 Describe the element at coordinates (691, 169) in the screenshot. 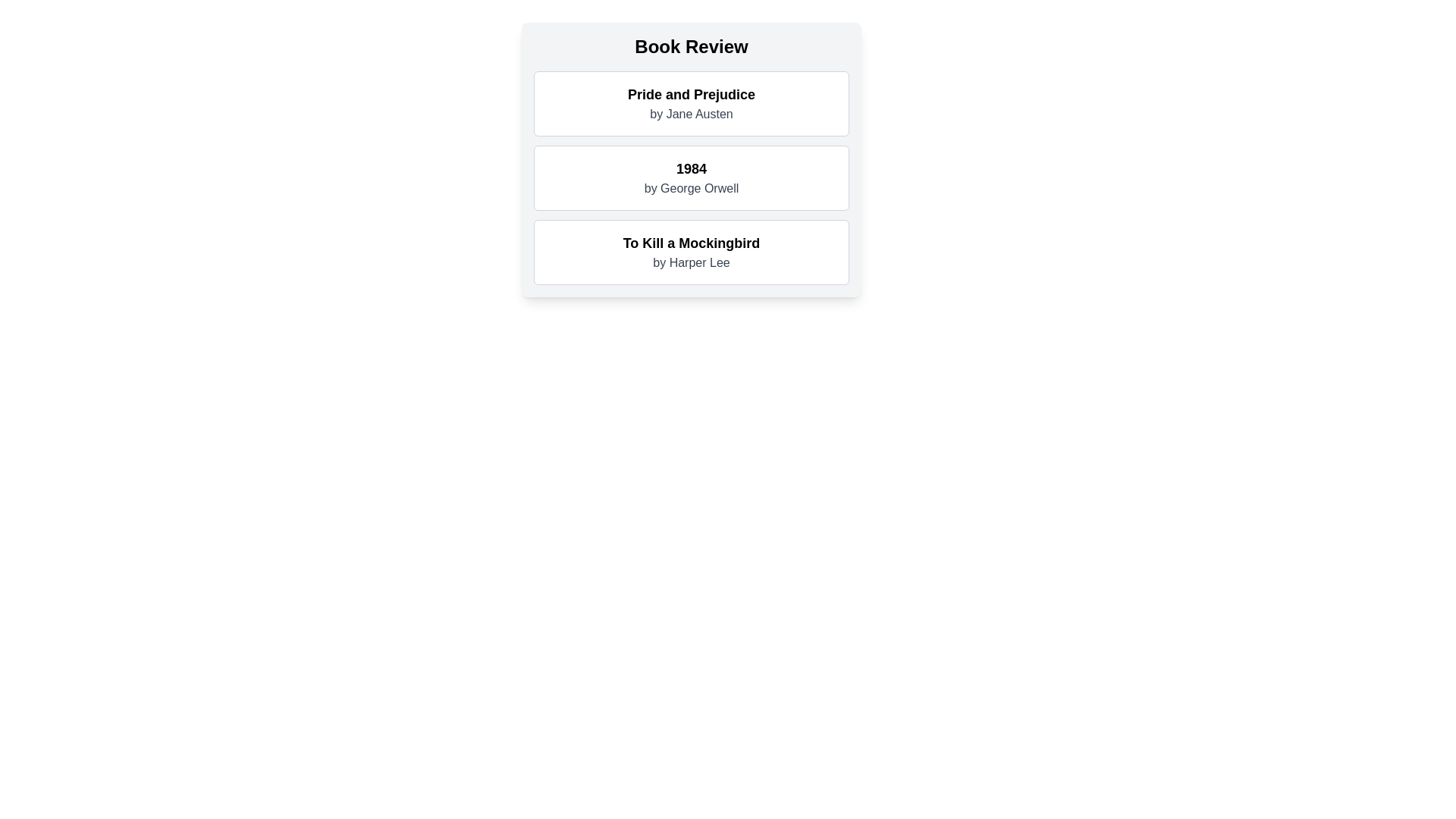

I see `the text label element titled '1984', which is depicted in bold and larger font style and is positioned above the subtitle 'by George Orwell' in the second section of the book items list` at that location.